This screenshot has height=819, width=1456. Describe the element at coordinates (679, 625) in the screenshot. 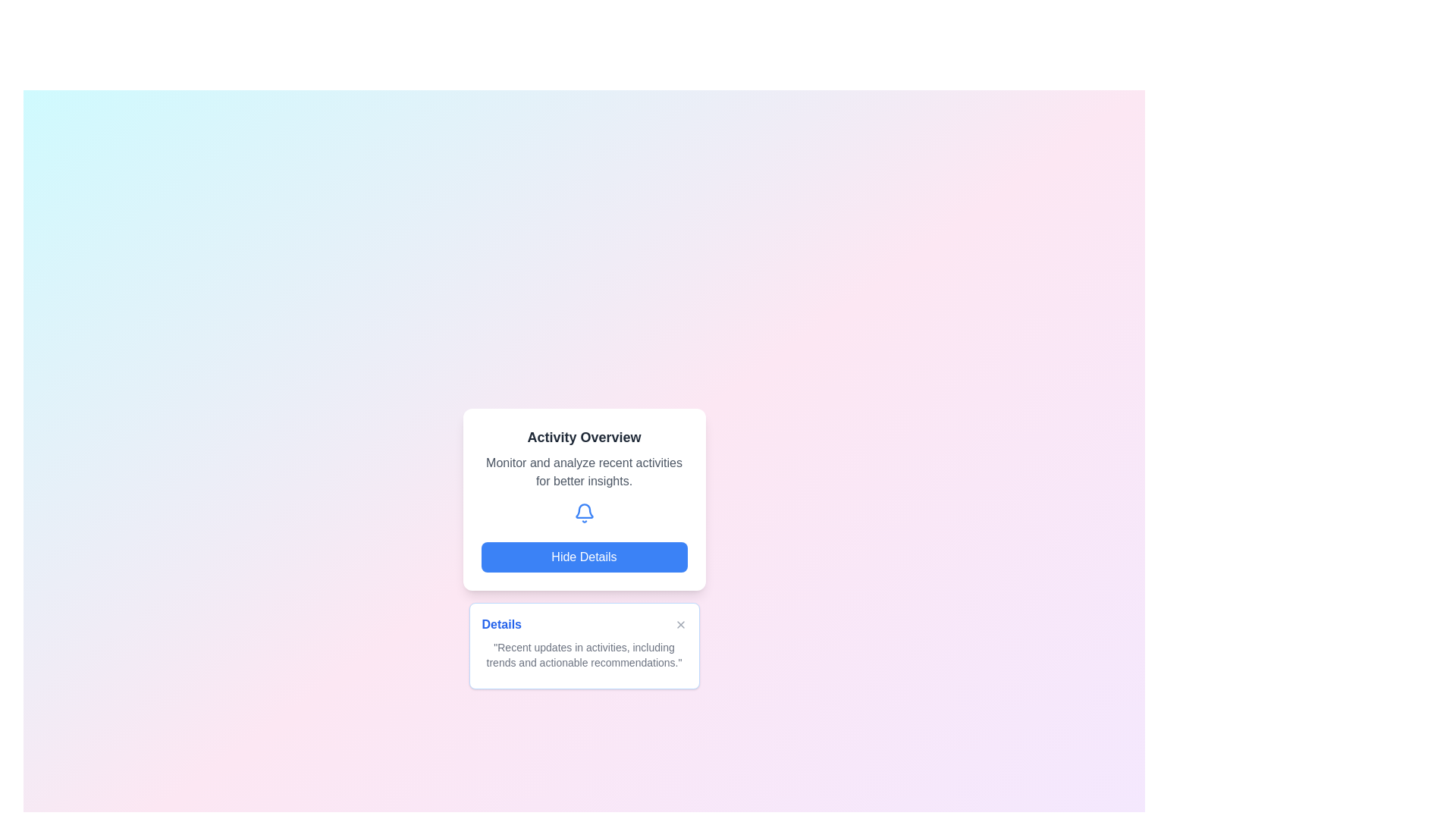

I see `the close button ('X') located in the top-right corner of the 'Details' section to observe the hover effect` at that location.